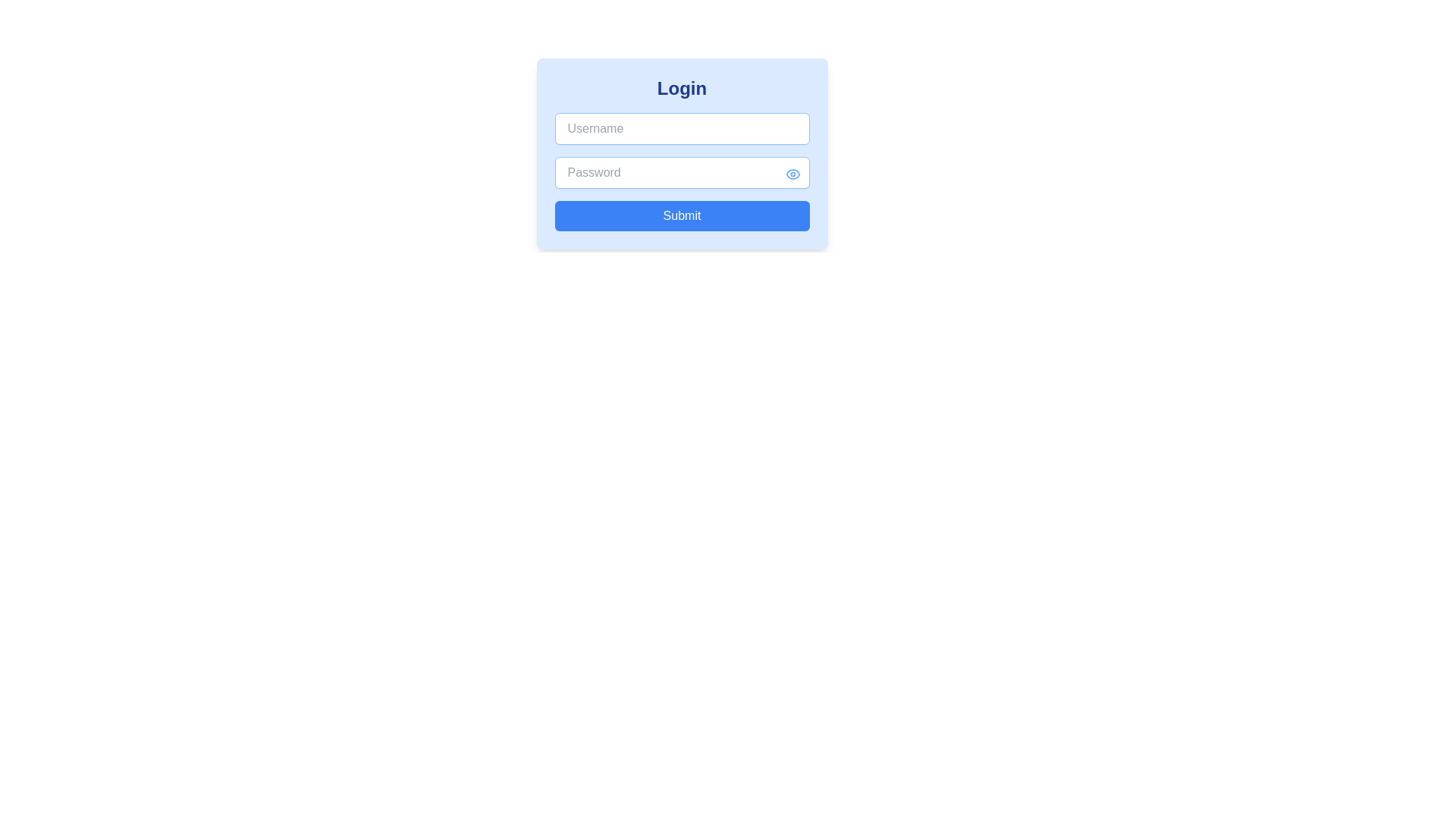  Describe the element at coordinates (792, 173) in the screenshot. I see `the eye icon button next to the password input field` at that location.